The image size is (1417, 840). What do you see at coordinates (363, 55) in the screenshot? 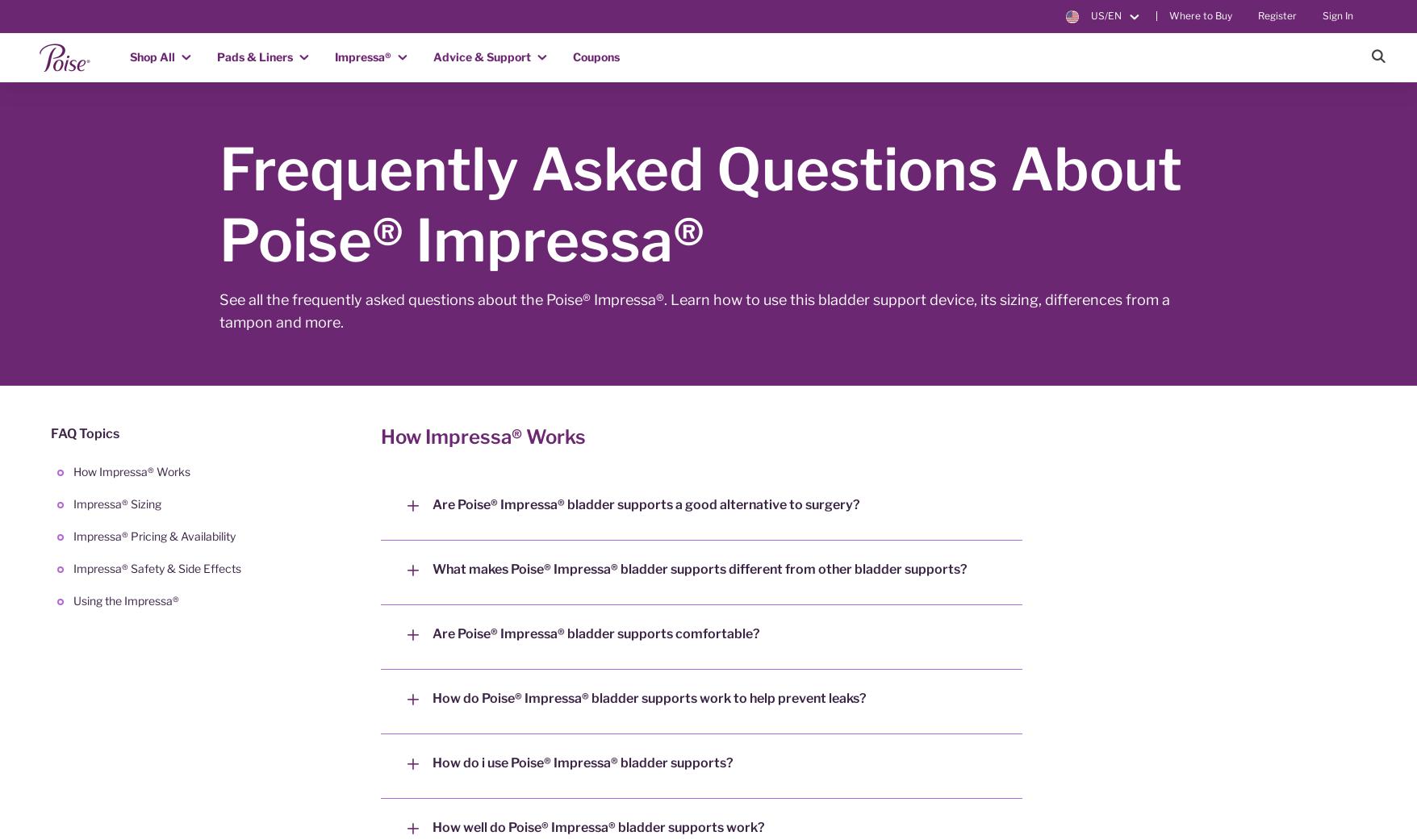
I see `'Impressa®'` at bounding box center [363, 55].